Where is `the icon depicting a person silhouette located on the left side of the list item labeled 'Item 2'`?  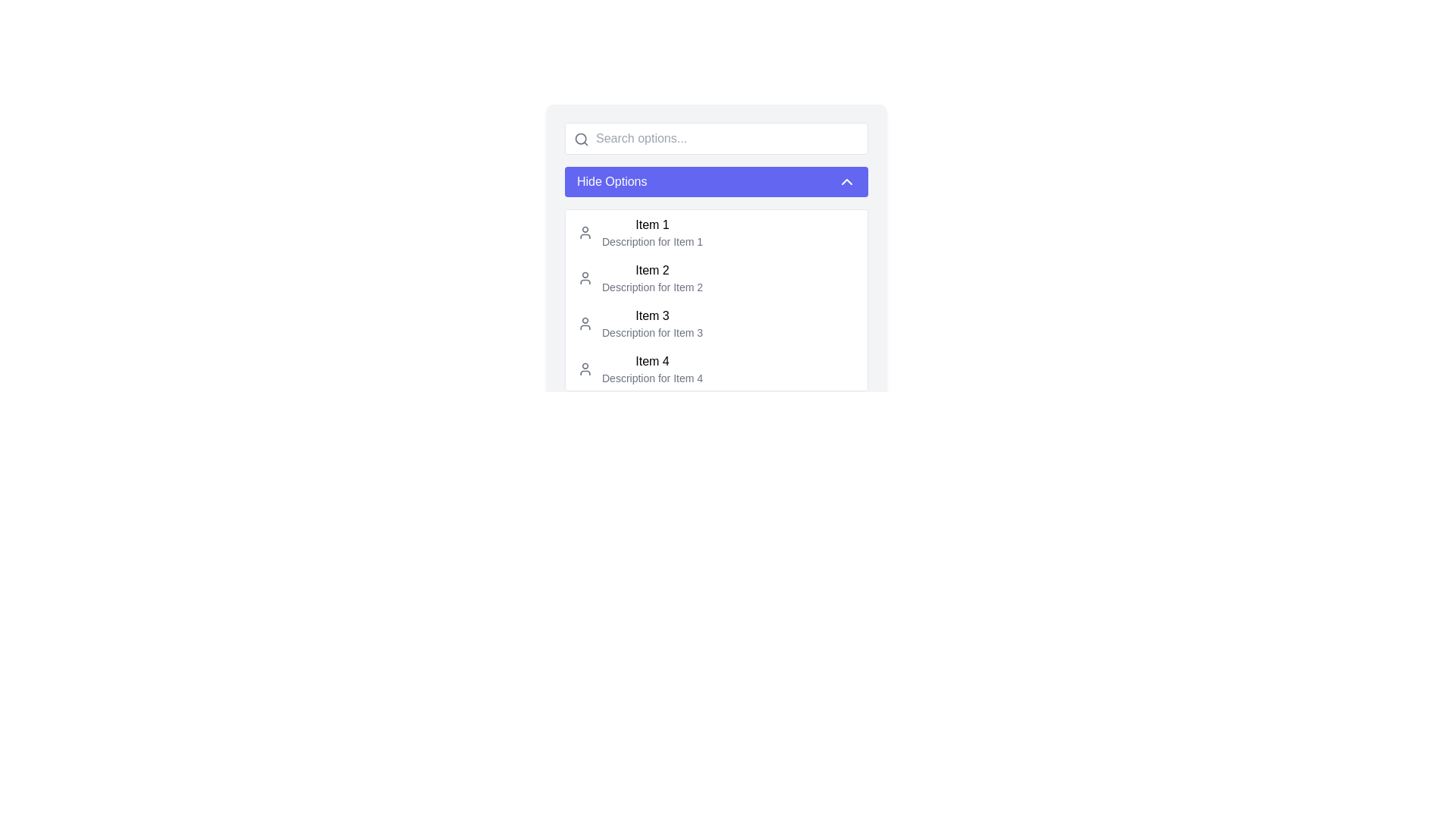 the icon depicting a person silhouette located on the left side of the list item labeled 'Item 2' is located at coordinates (585, 278).